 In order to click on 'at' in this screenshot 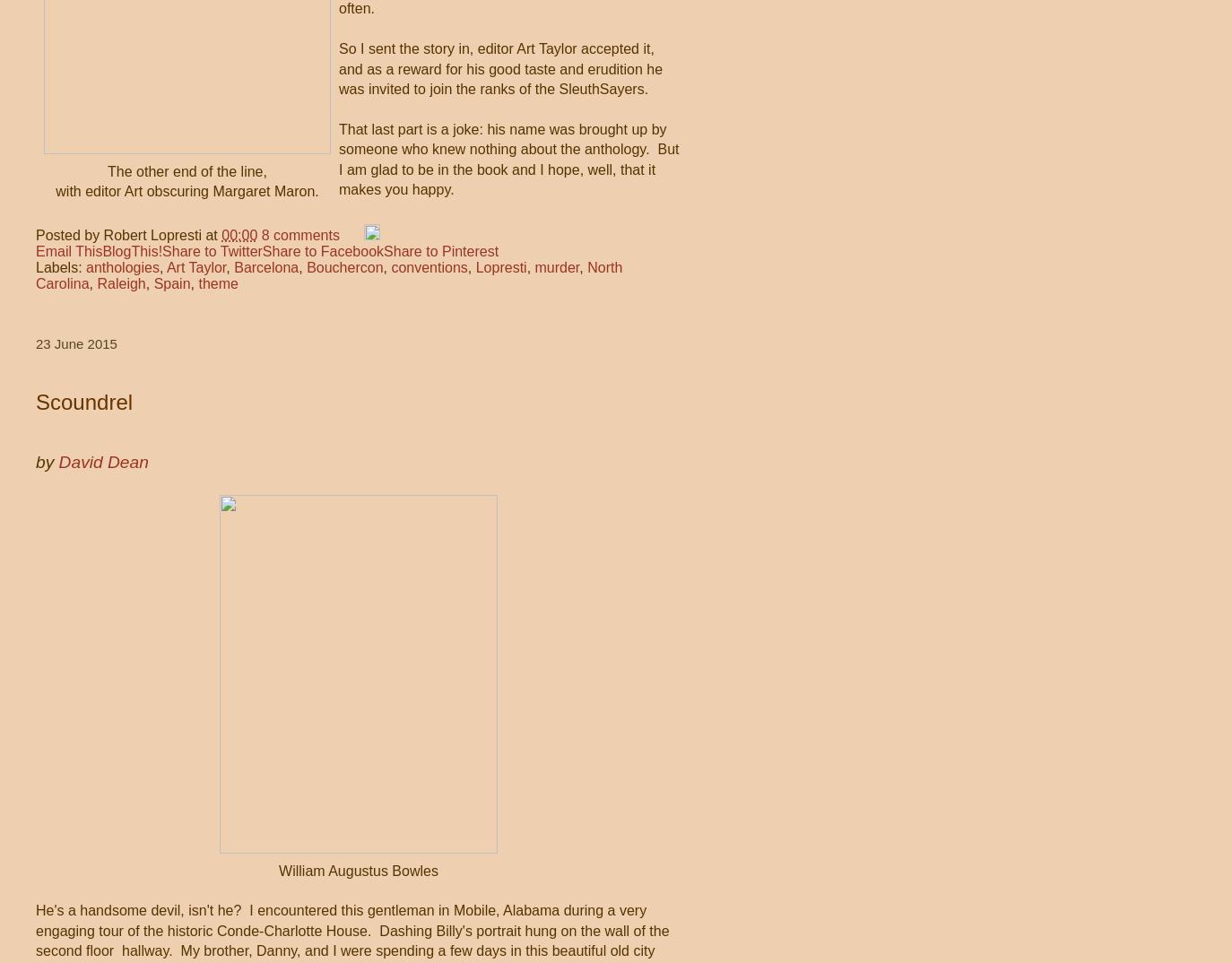, I will do `click(212, 233)`.